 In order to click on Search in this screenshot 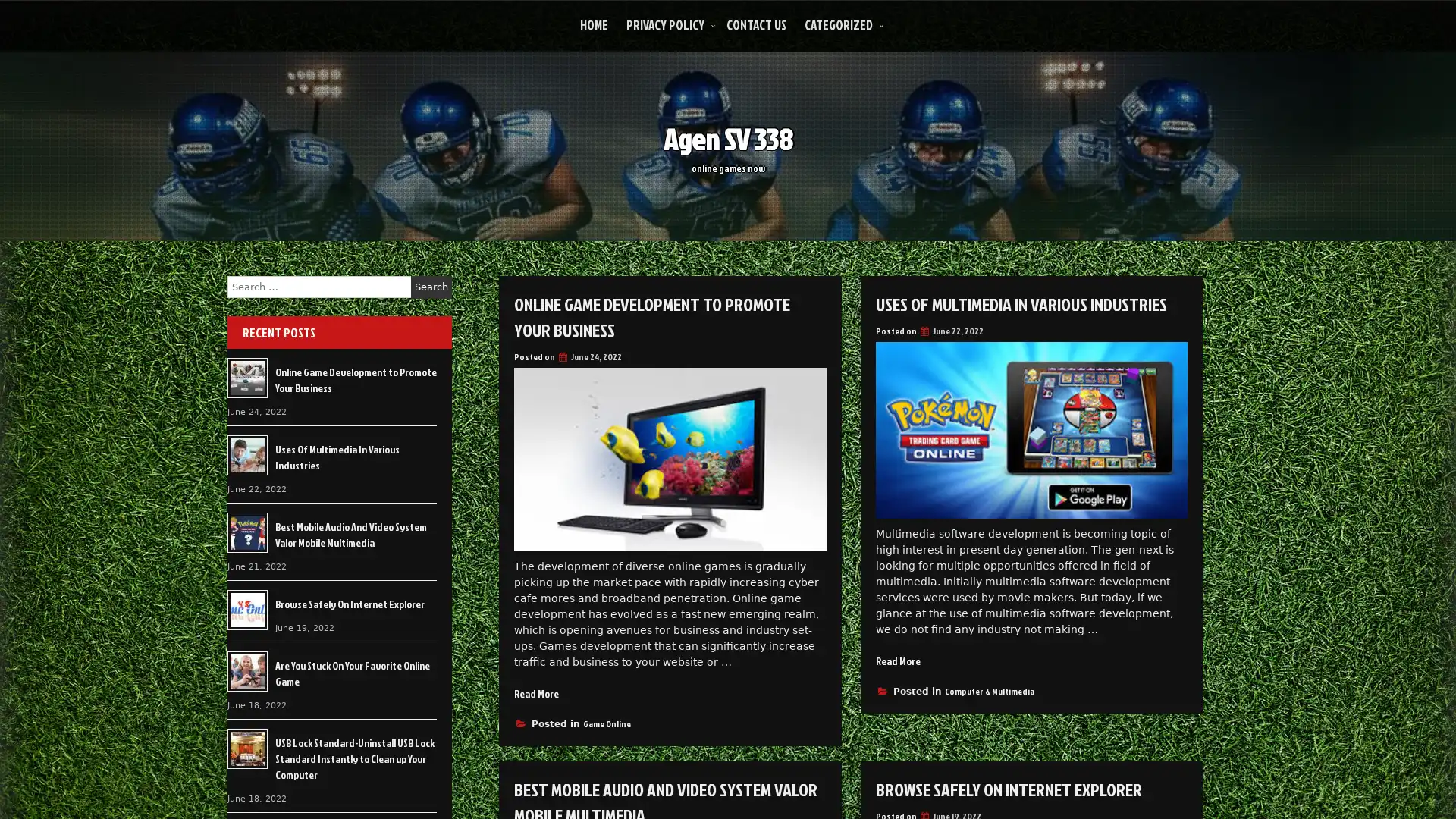, I will do `click(431, 287)`.